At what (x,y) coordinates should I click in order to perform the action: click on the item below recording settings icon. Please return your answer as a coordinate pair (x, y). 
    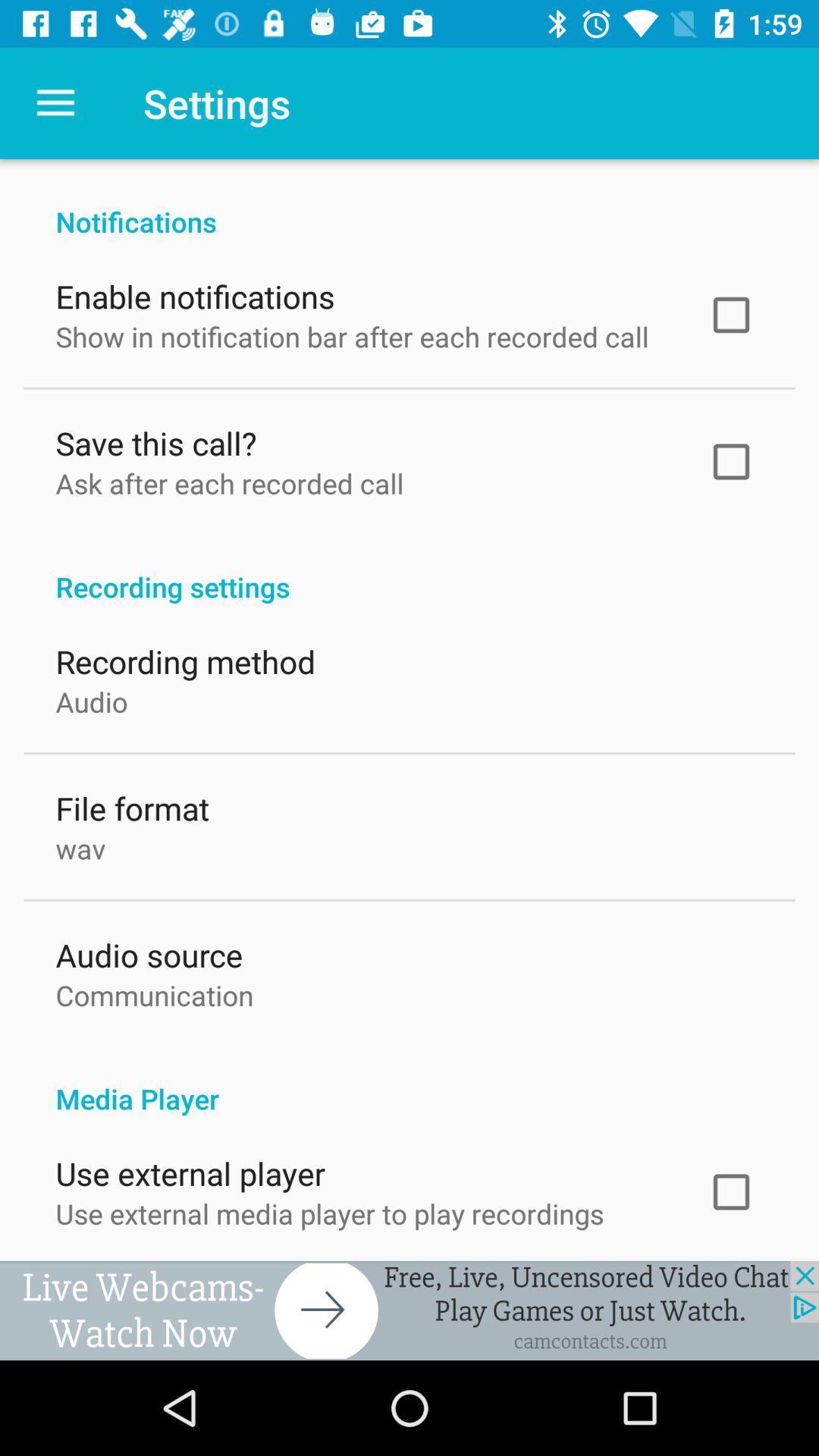
    Looking at the image, I should click on (184, 657).